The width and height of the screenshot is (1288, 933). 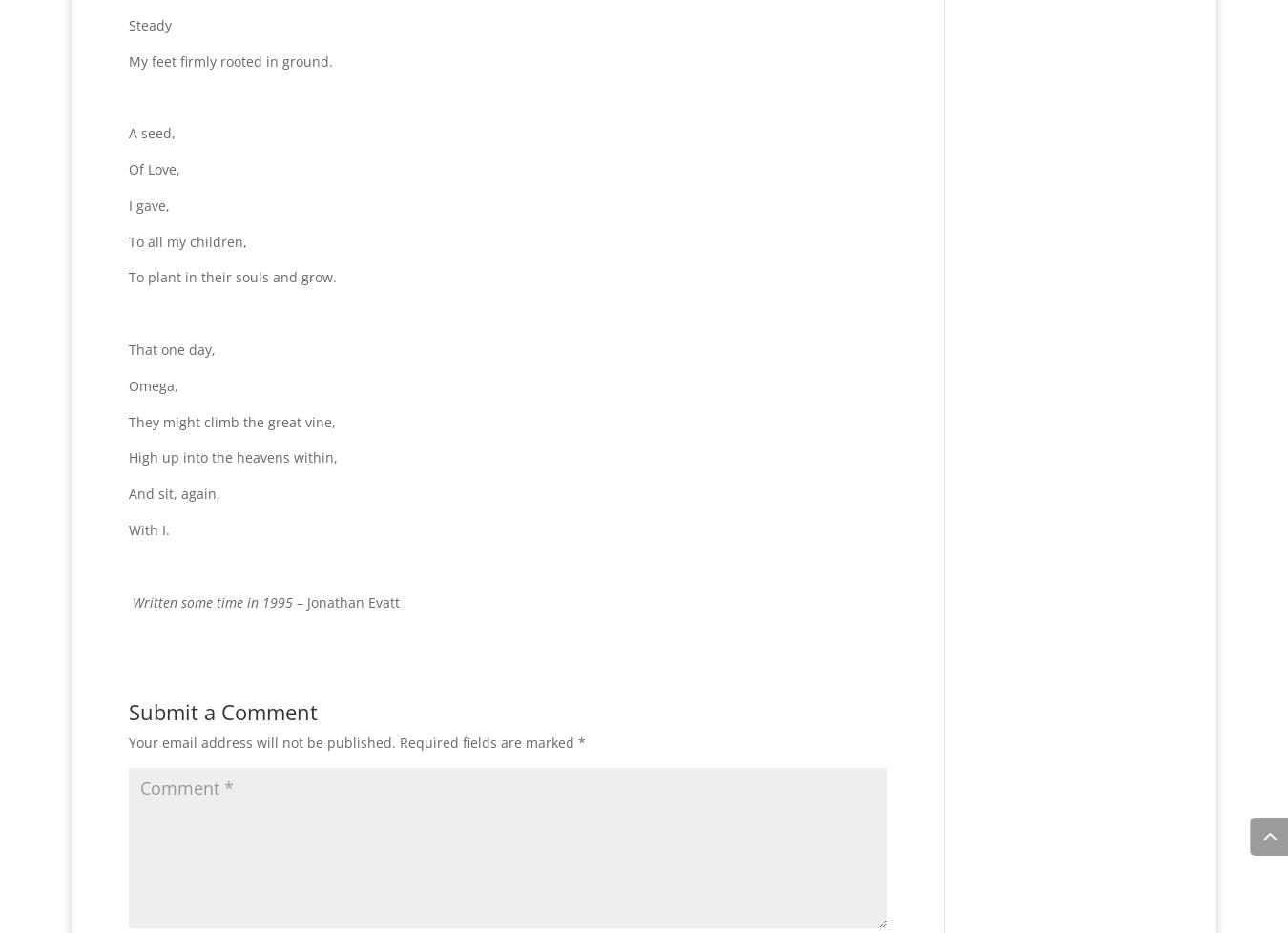 I want to click on 'To plant in their souls and grow.', so click(x=129, y=276).